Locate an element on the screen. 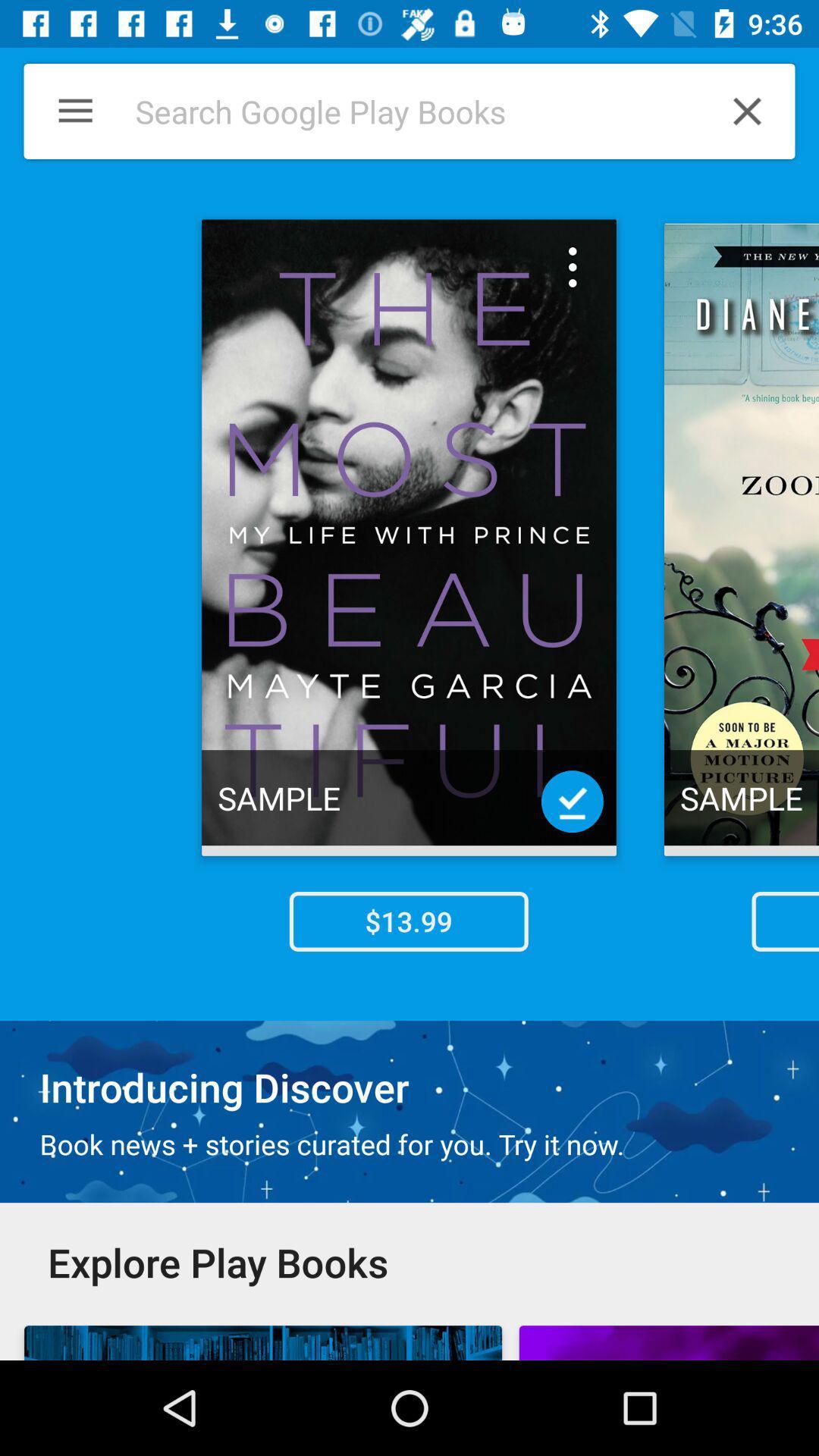 This screenshot has width=819, height=1456. search books is located at coordinates (400, 111).